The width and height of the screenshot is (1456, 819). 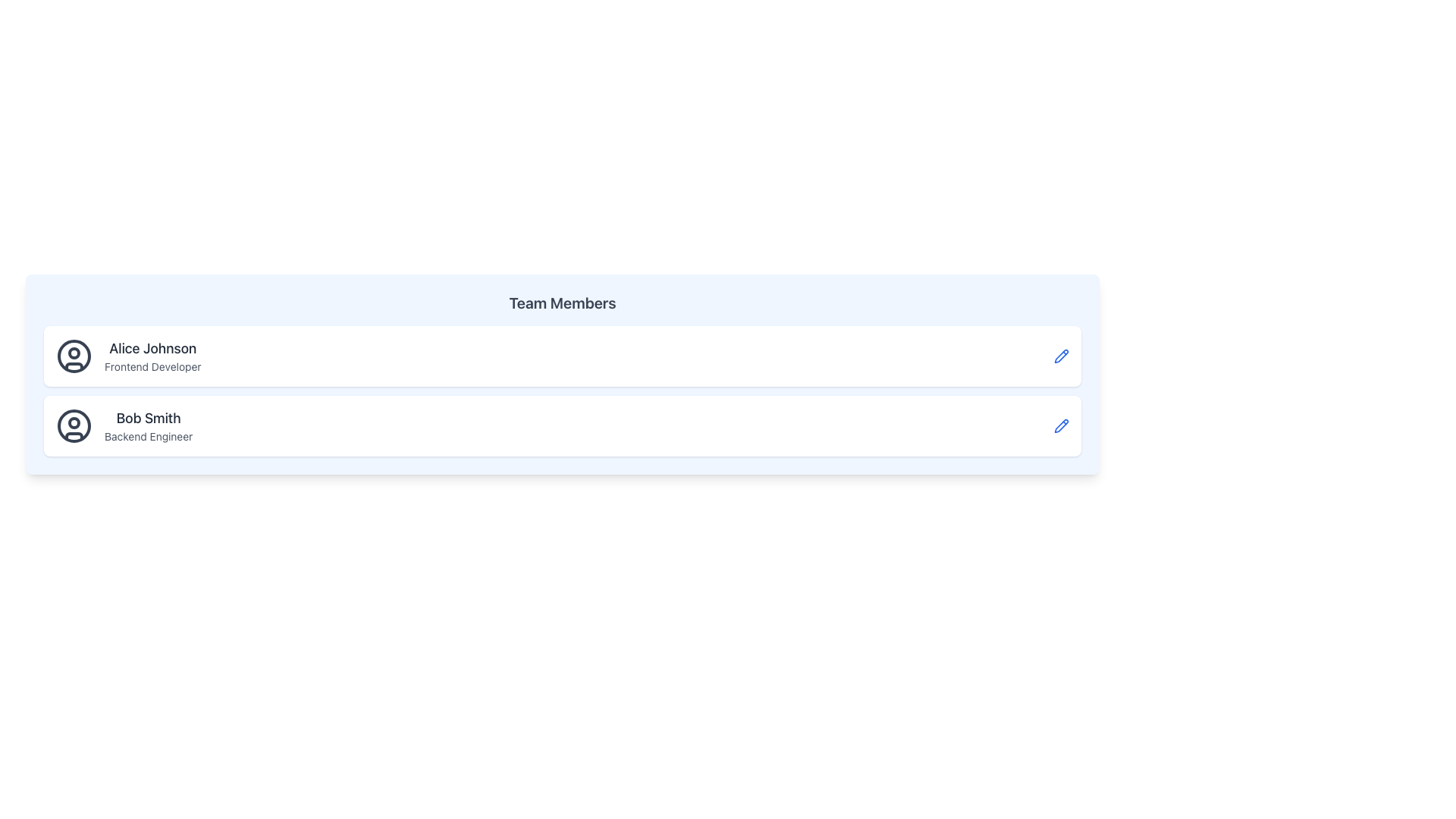 I want to click on the Text Block displaying 'Alice Johnson' and 'Frontend Developer' in the 'Team Members' panel, which is the first entry in the top row of the list, so click(x=152, y=356).